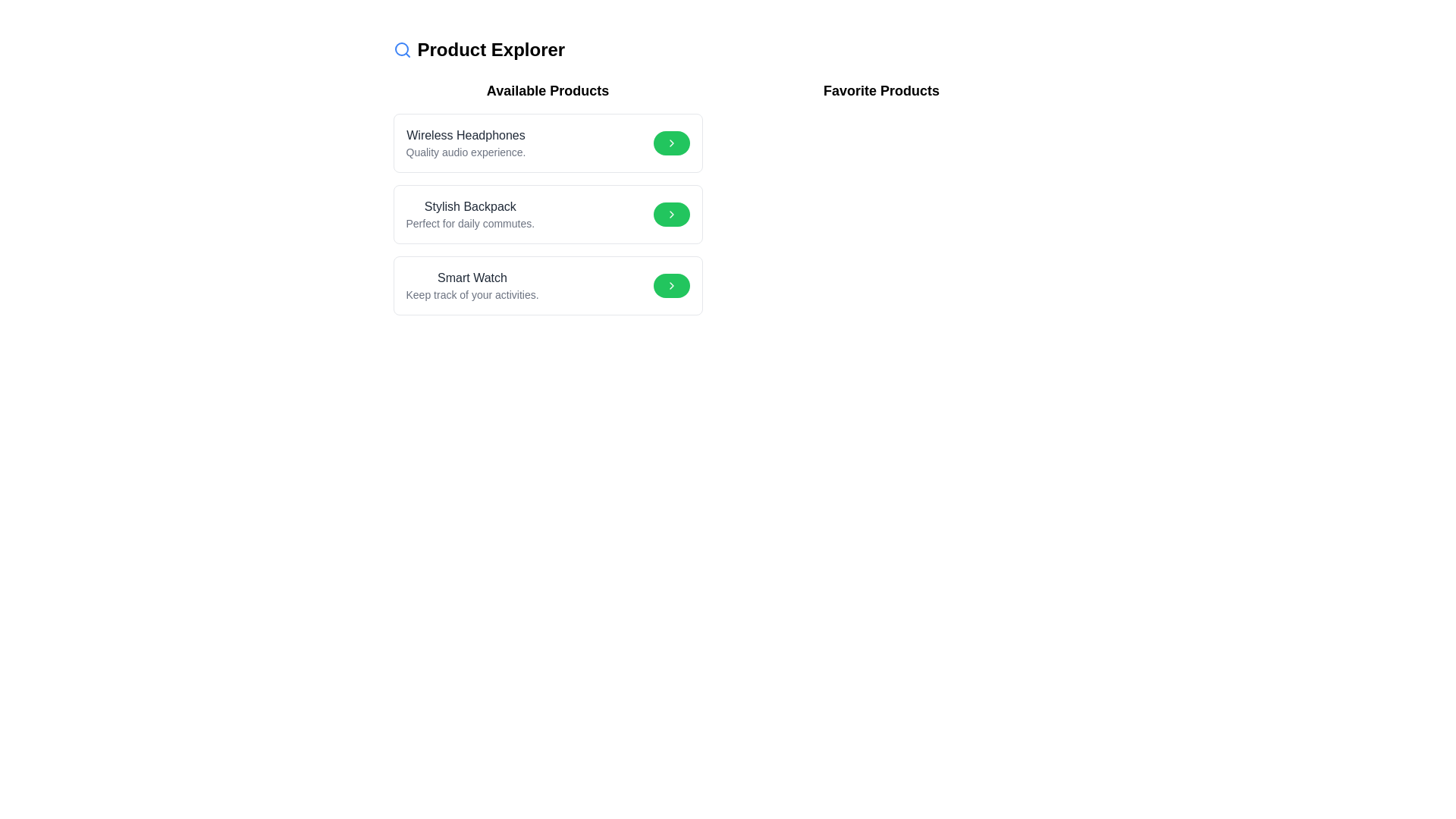 The width and height of the screenshot is (1456, 819). I want to click on text content displaying 'Stylish Backpack' and 'Perfect for daily commutes.' positioned in the second item of the 'Available Products' section, so click(469, 214).